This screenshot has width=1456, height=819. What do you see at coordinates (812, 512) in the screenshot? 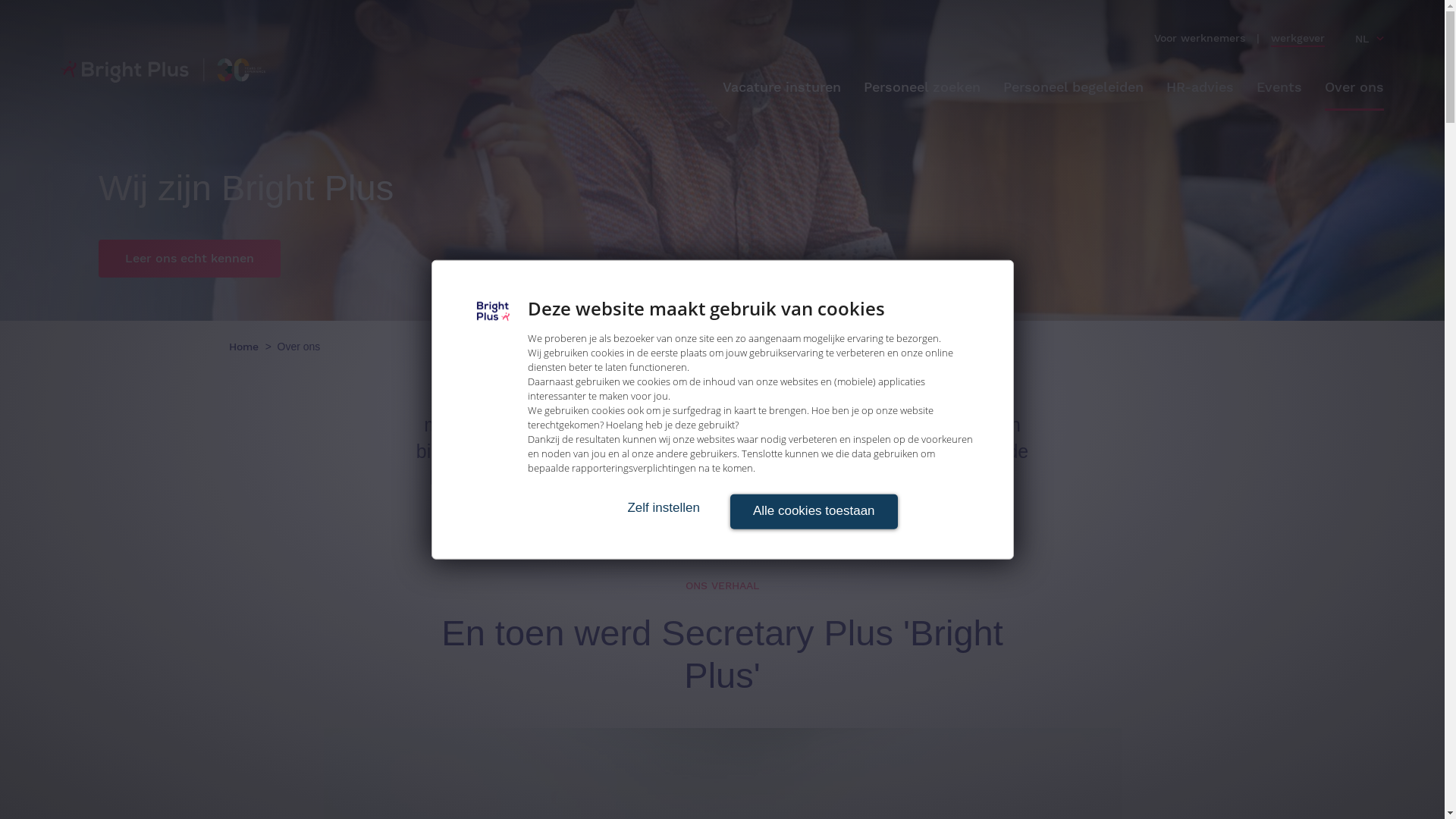
I see `'Alle cookies toestaan'` at bounding box center [812, 512].